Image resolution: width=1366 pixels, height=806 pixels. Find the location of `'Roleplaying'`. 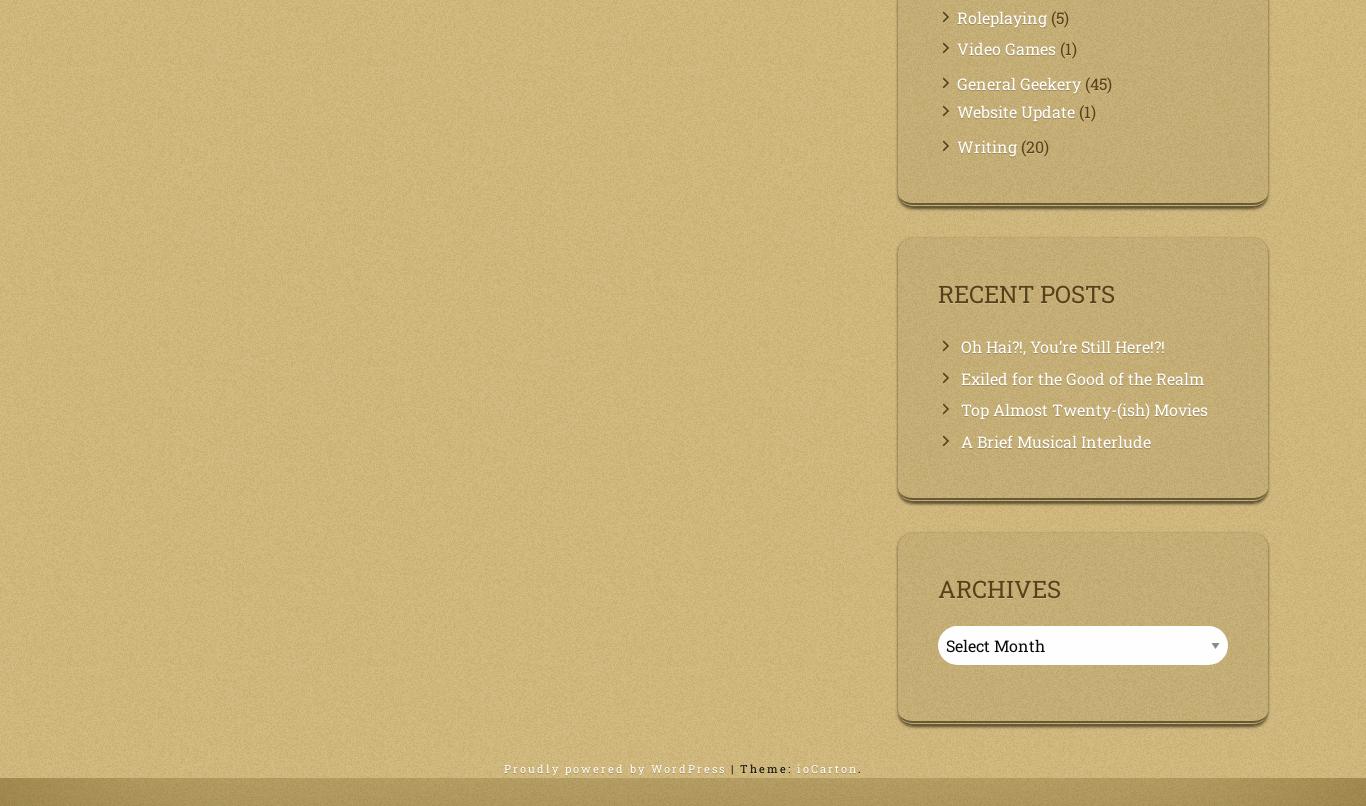

'Roleplaying' is located at coordinates (1001, 16).